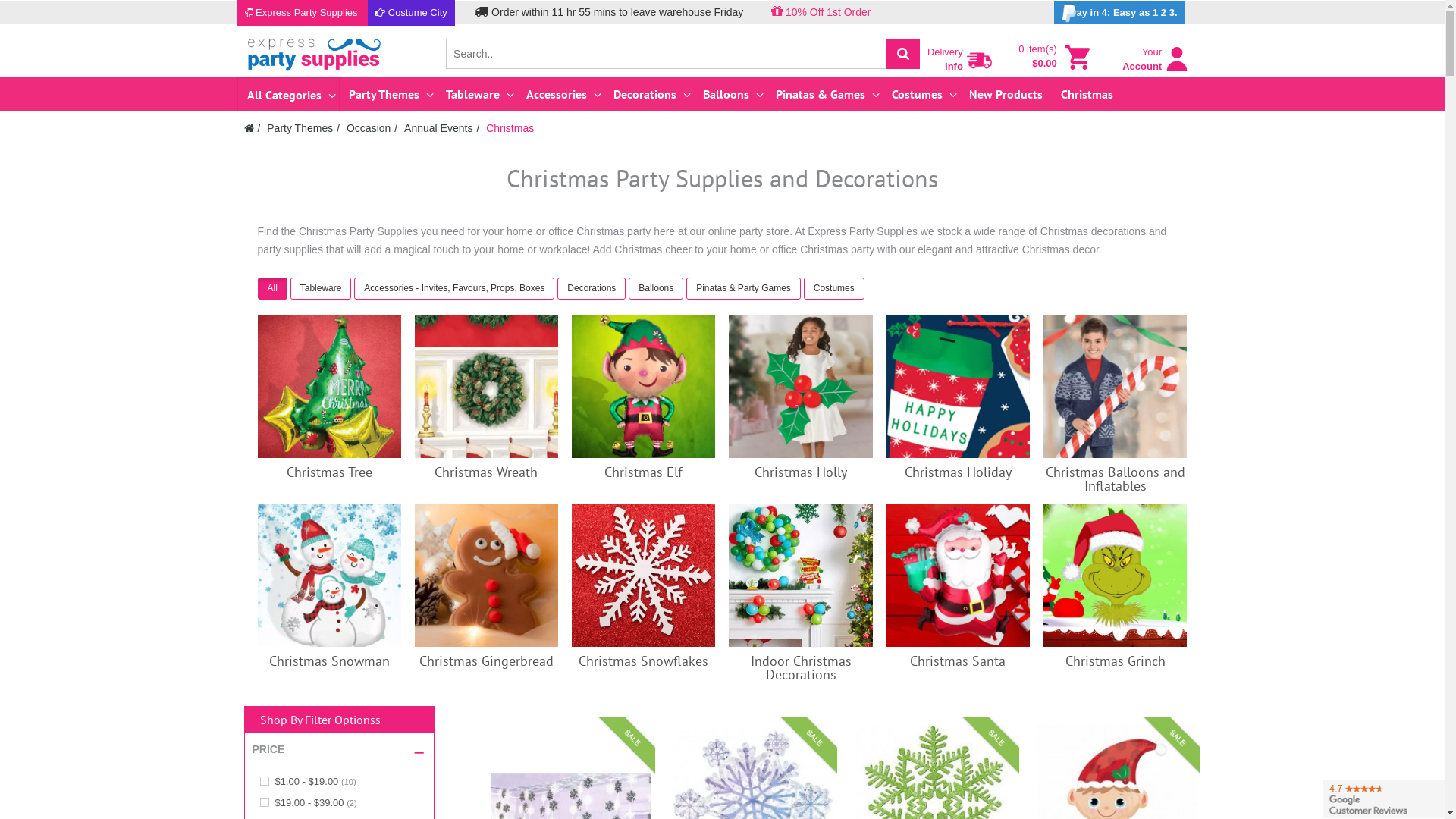 This screenshot has width=1456, height=819. I want to click on 'Party Themes', so click(300, 127).